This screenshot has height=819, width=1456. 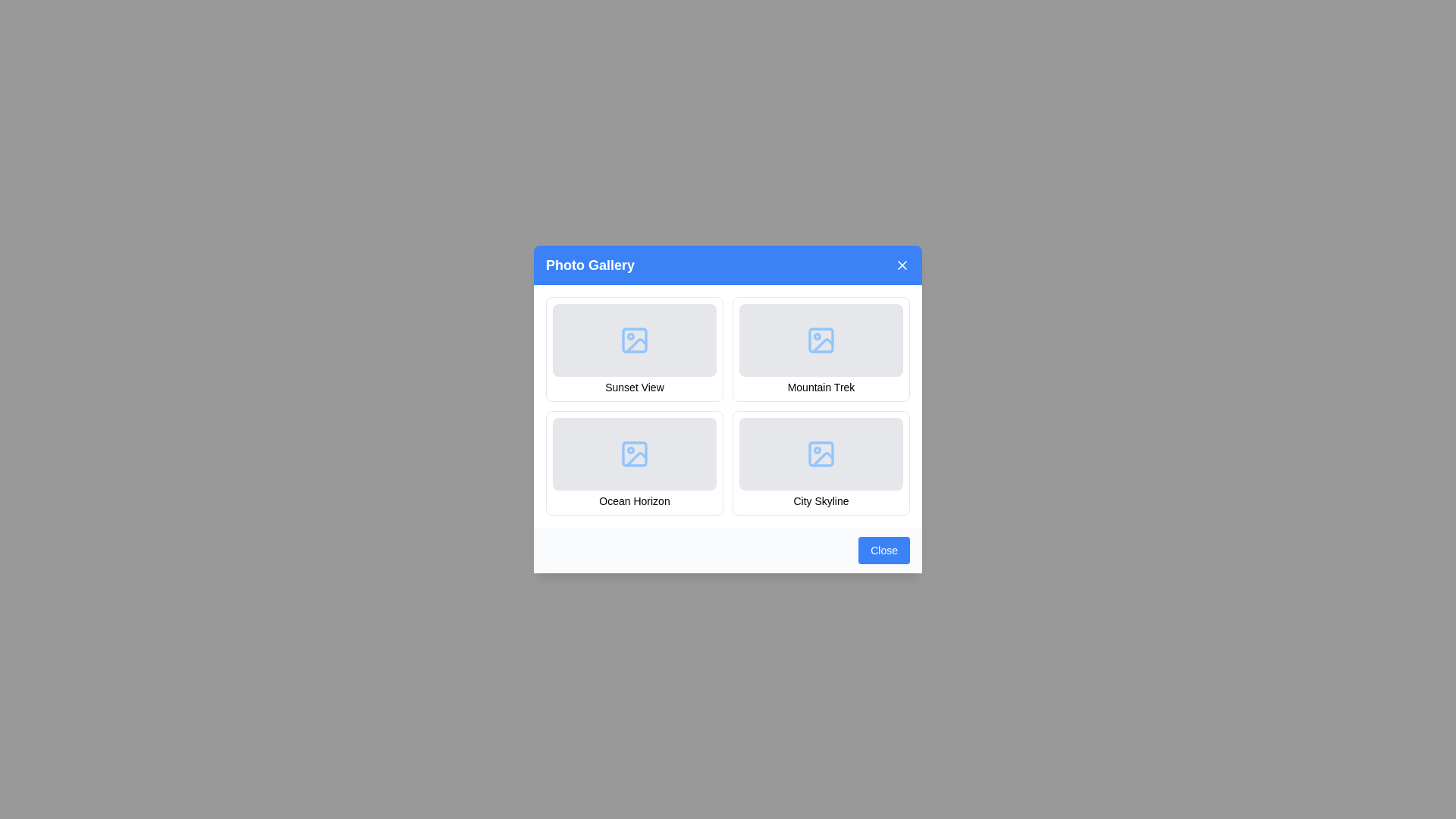 I want to click on the image placeholder button representing 'Ocean Horizon', so click(x=634, y=453).